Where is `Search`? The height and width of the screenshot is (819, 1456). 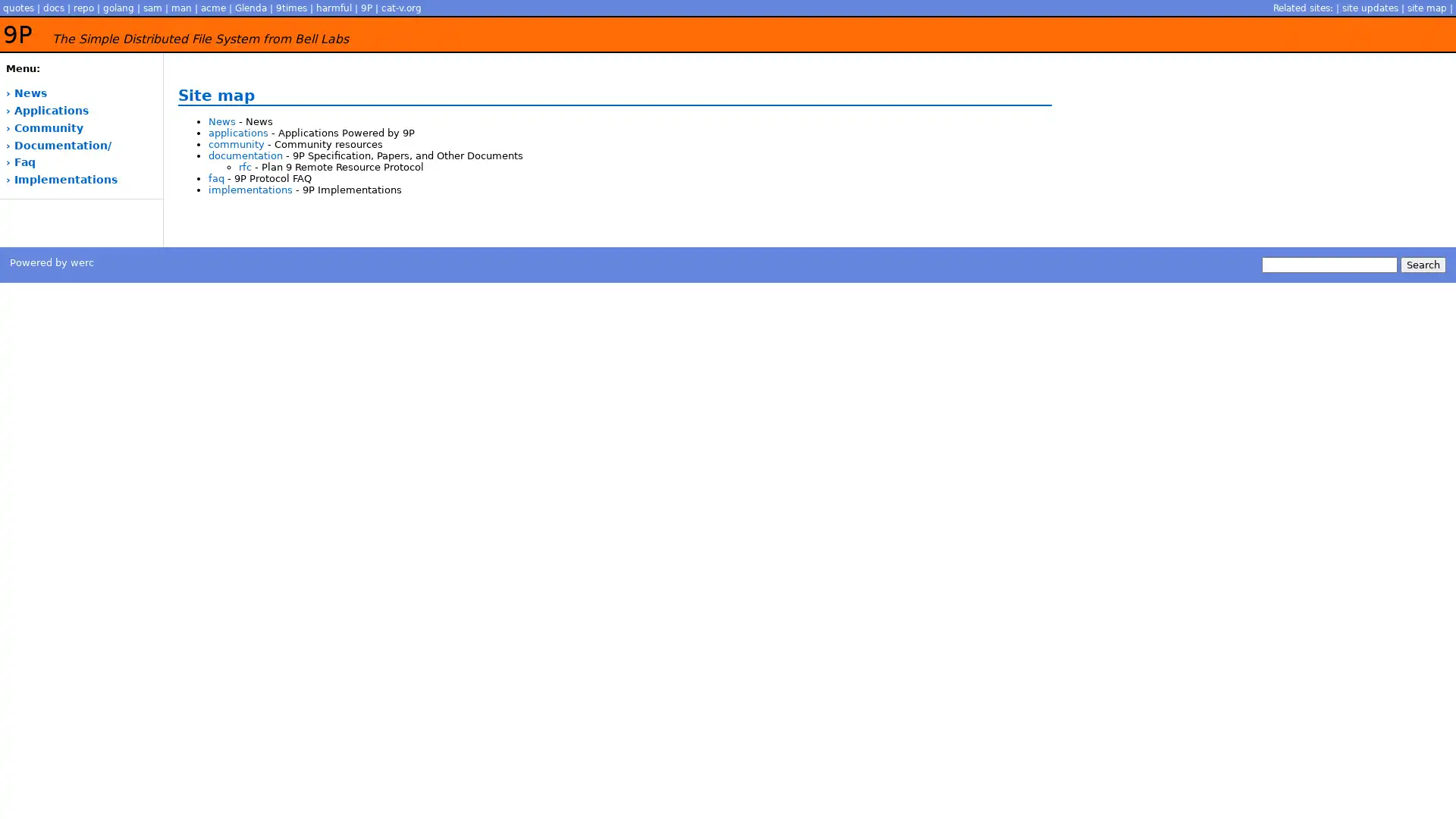 Search is located at coordinates (1422, 263).